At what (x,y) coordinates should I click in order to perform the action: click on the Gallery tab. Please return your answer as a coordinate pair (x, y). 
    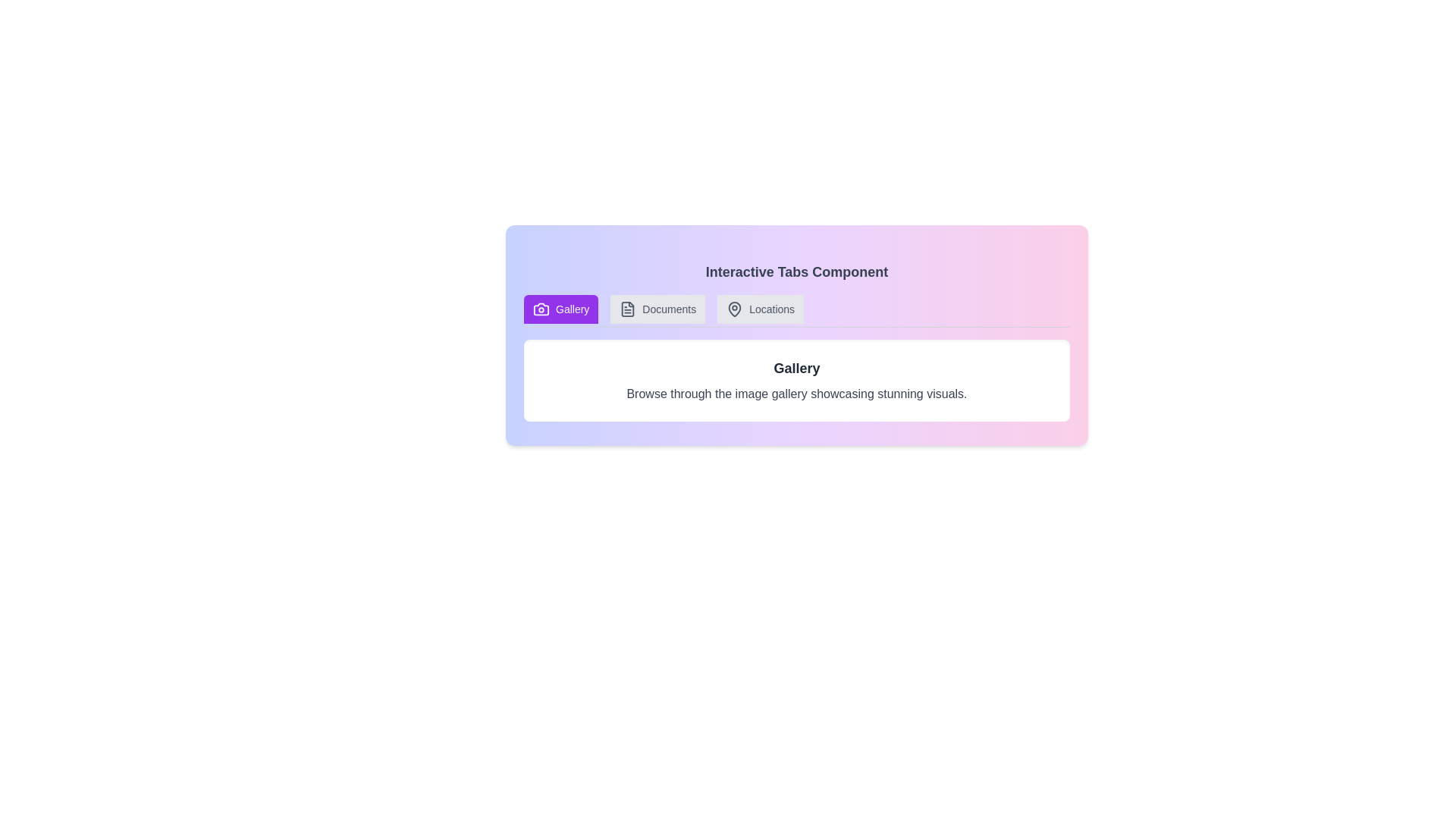
    Looking at the image, I should click on (560, 309).